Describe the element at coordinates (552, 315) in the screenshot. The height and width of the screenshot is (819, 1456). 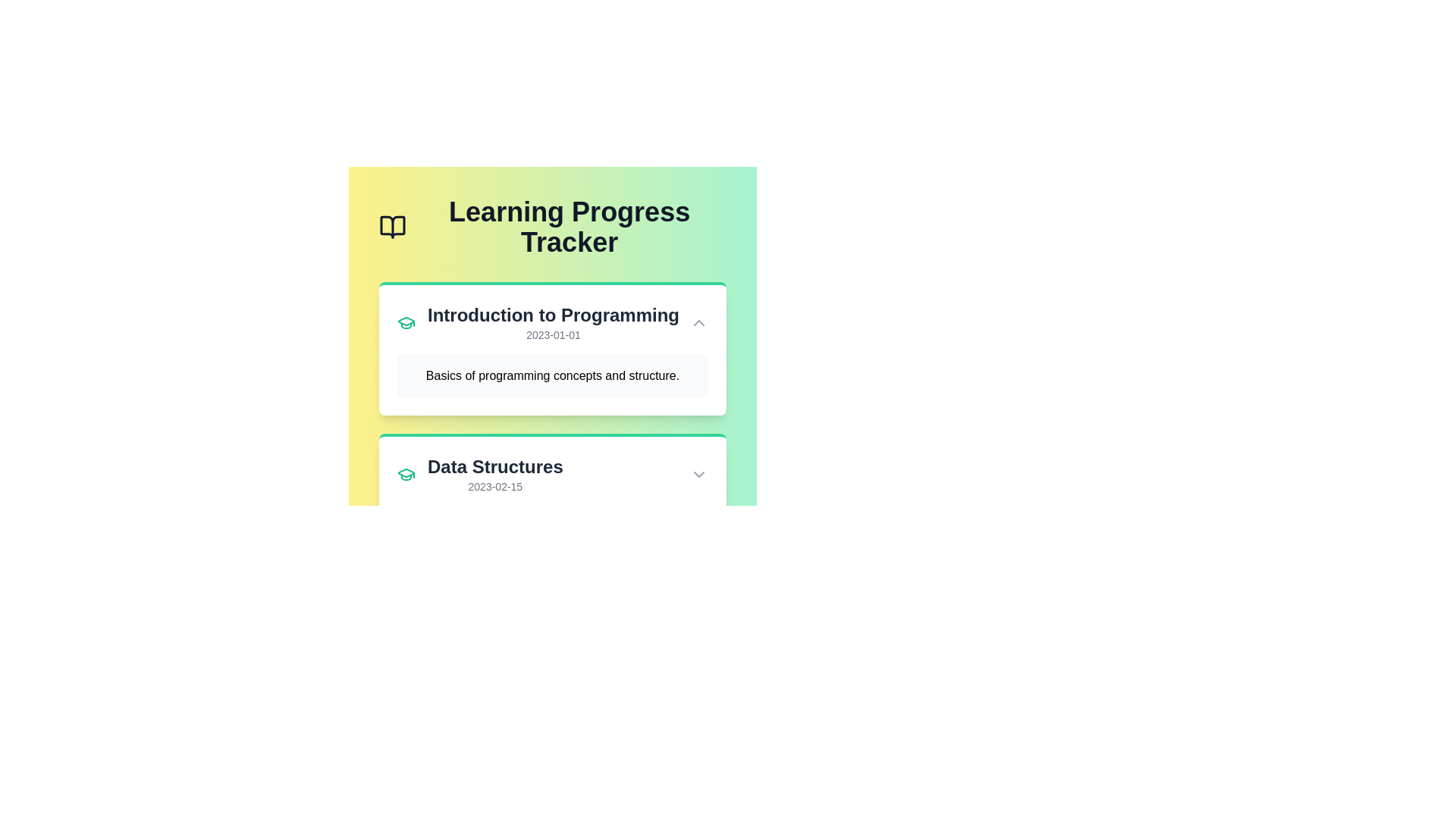
I see `the heading labeled 'Introduction to Programming', which is prominently displayed in a bold and large dark gray font near the top-left corner of the 'Learning Progress Tracker' section` at that location.